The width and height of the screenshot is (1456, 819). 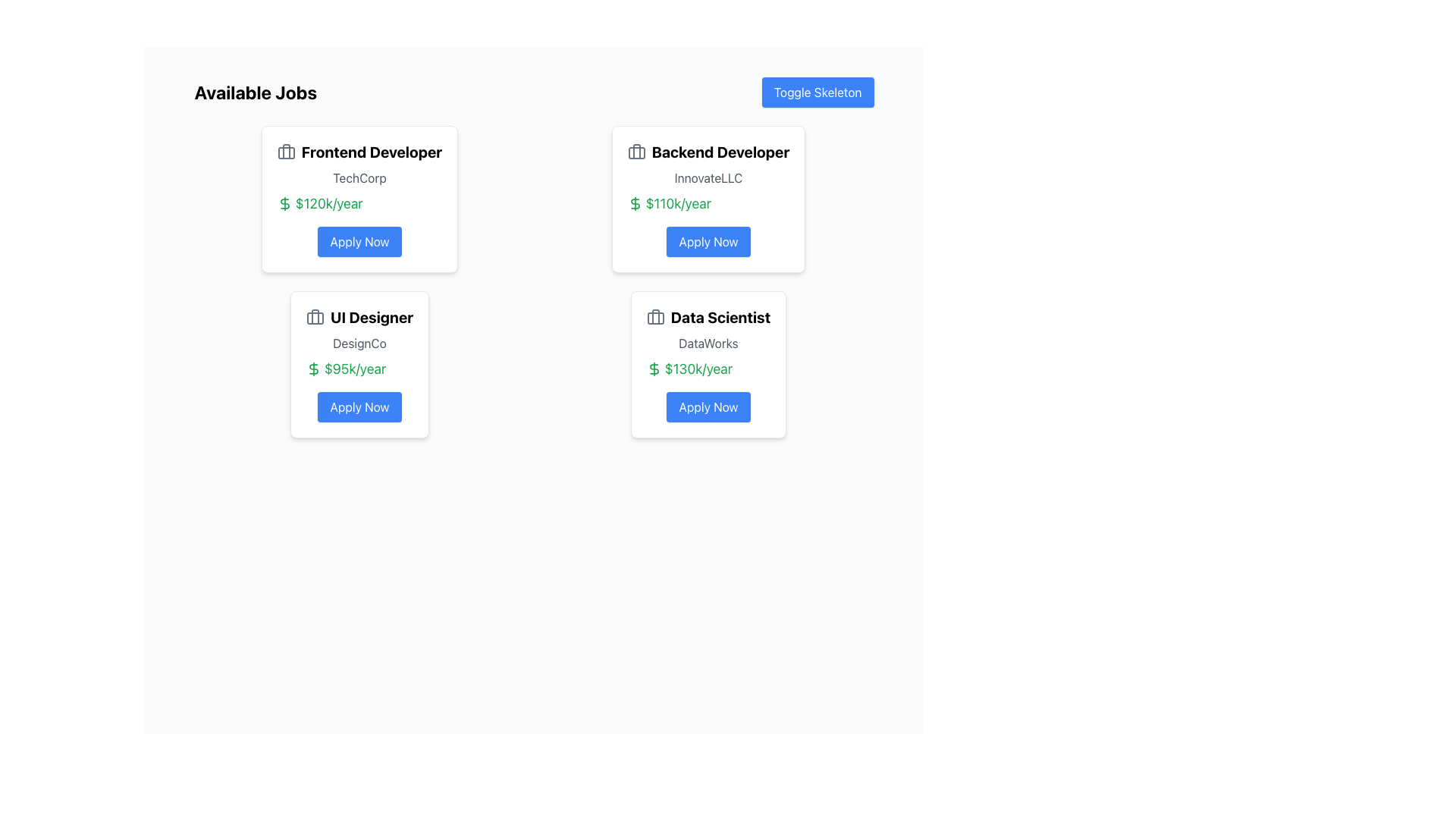 What do you see at coordinates (708, 152) in the screenshot?
I see `the text label 'Backend Developer', which is prominently displayed in bold and large font in the top-right tile of the job postings grid, located just above the employer name 'InnovateLLC'` at bounding box center [708, 152].